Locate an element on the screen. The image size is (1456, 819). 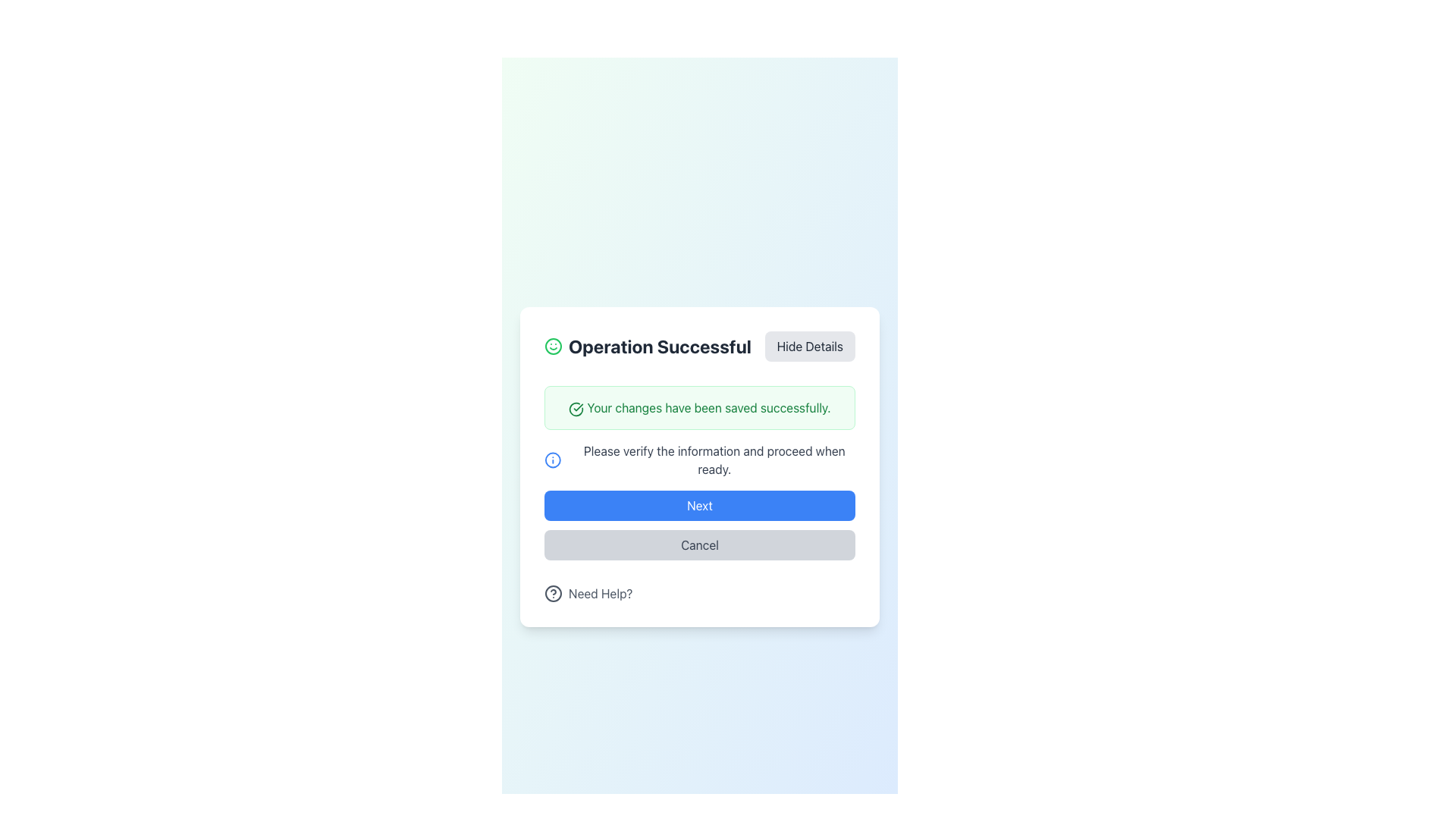
the 'Hide Details' button which has a light gray background and is located to the right of the 'Operation Successful' text is located at coordinates (809, 346).